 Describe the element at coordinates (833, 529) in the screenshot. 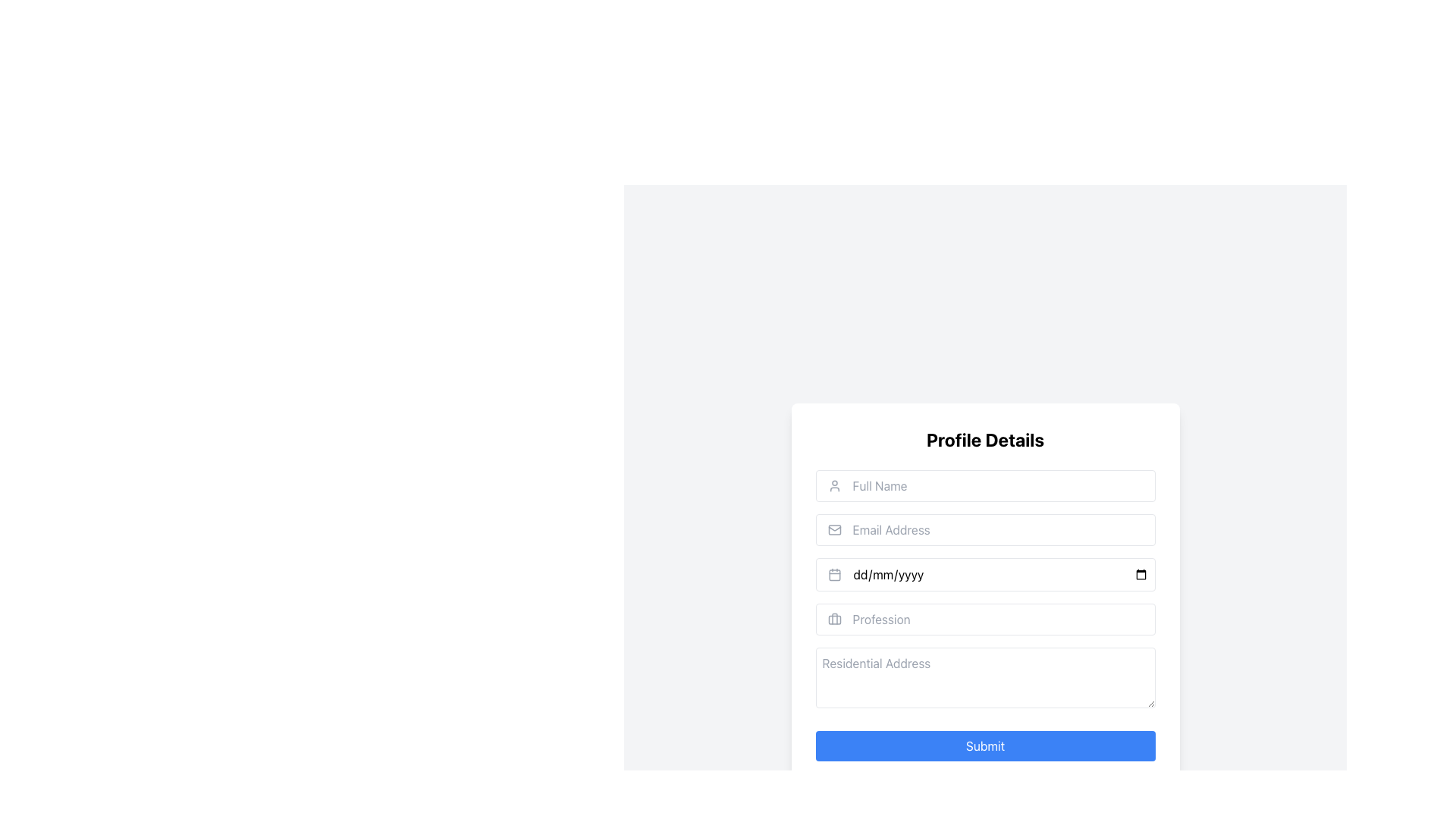

I see `the SVG icon that indicates the email address input field, located within the 'Email Address' input area` at that location.